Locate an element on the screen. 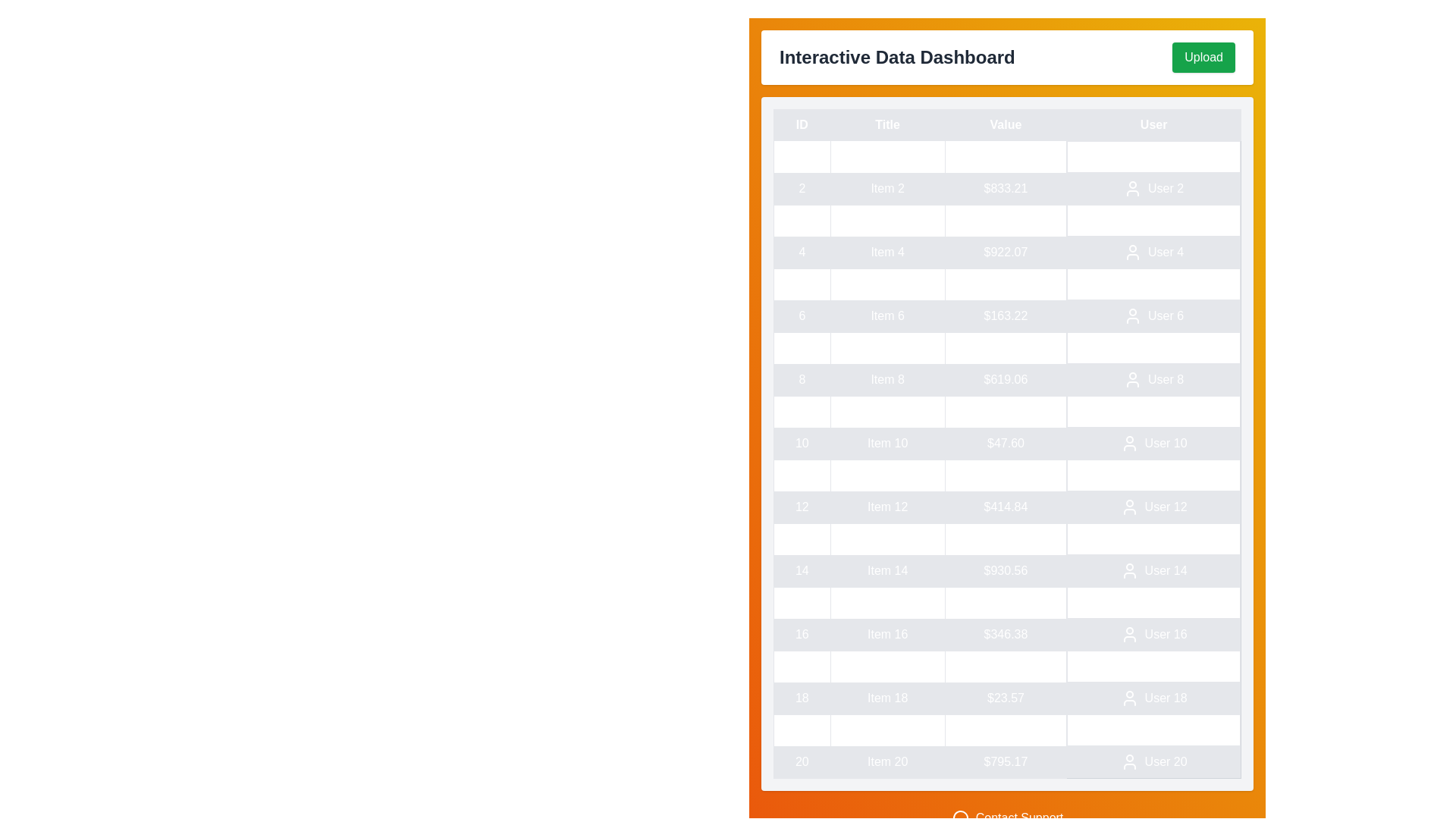  the 'Upload' button located in the header of the dashboard is located at coordinates (1203, 57).